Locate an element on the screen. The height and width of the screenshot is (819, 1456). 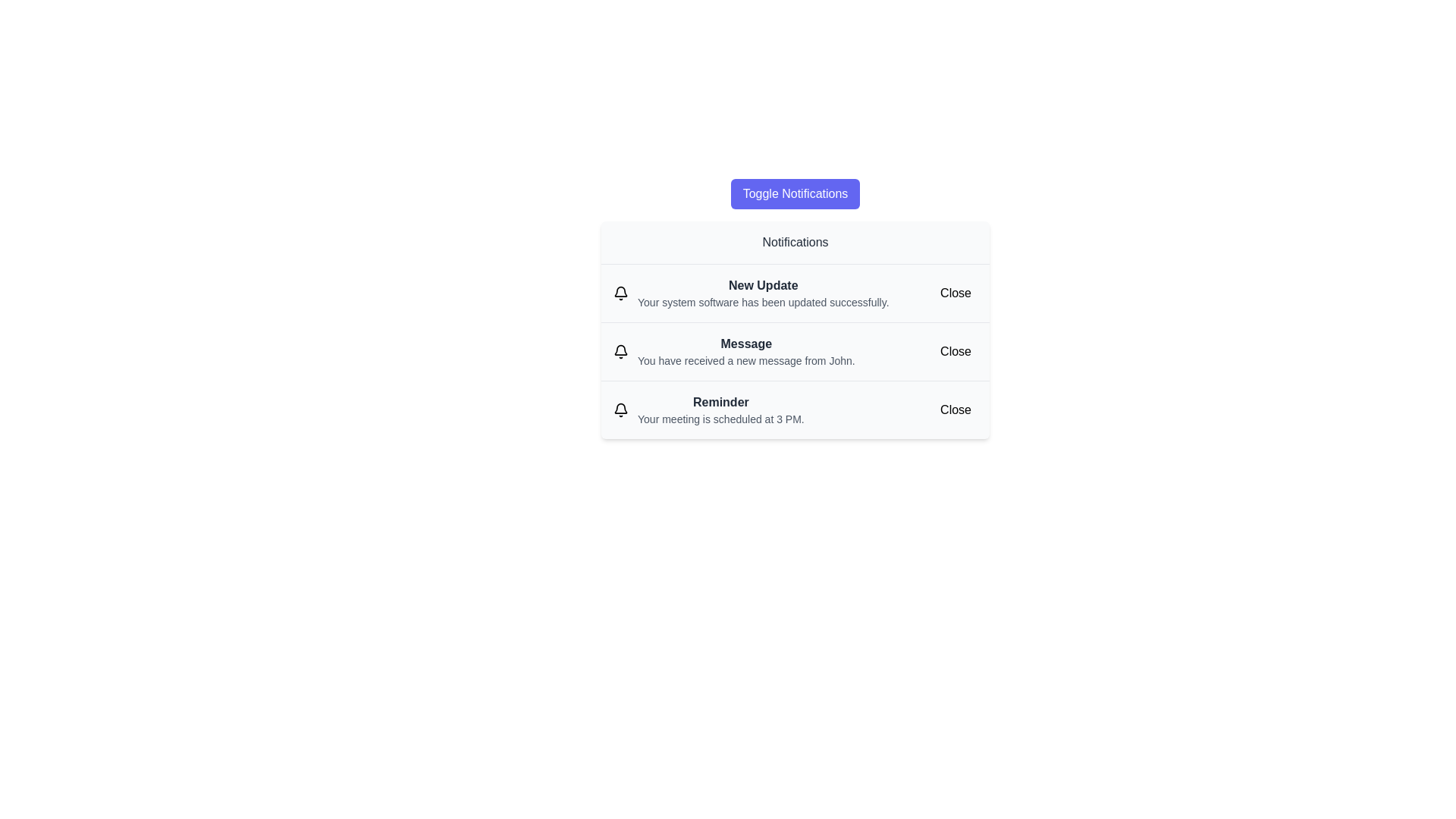
the 'Close' button, which is a rectangular button with bold black text against a light background, located at the far-right end of a notification entry is located at coordinates (955, 351).